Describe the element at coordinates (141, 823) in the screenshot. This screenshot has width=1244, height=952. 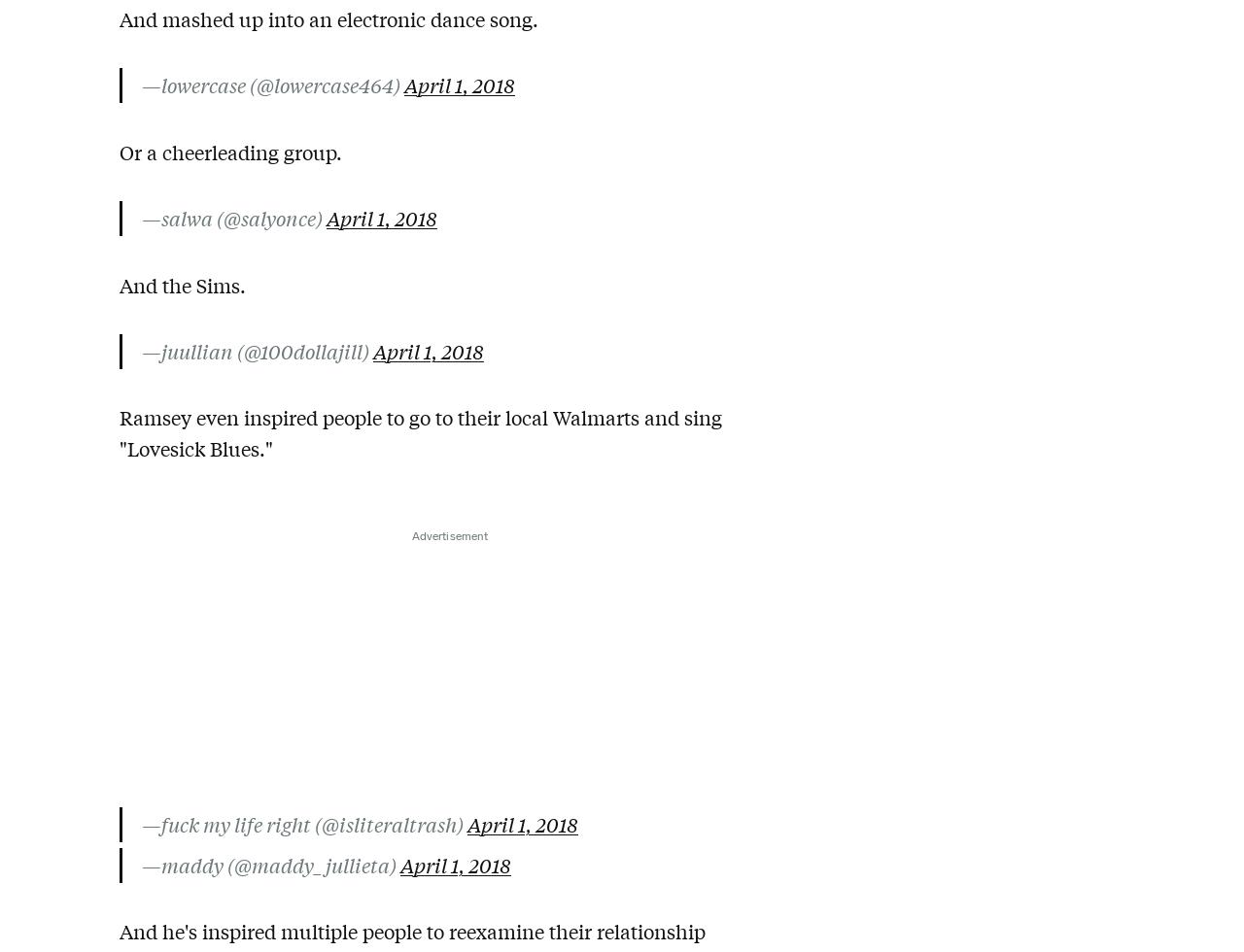
I see `'—fuck my life right  (@isliteraltrash)'` at that location.